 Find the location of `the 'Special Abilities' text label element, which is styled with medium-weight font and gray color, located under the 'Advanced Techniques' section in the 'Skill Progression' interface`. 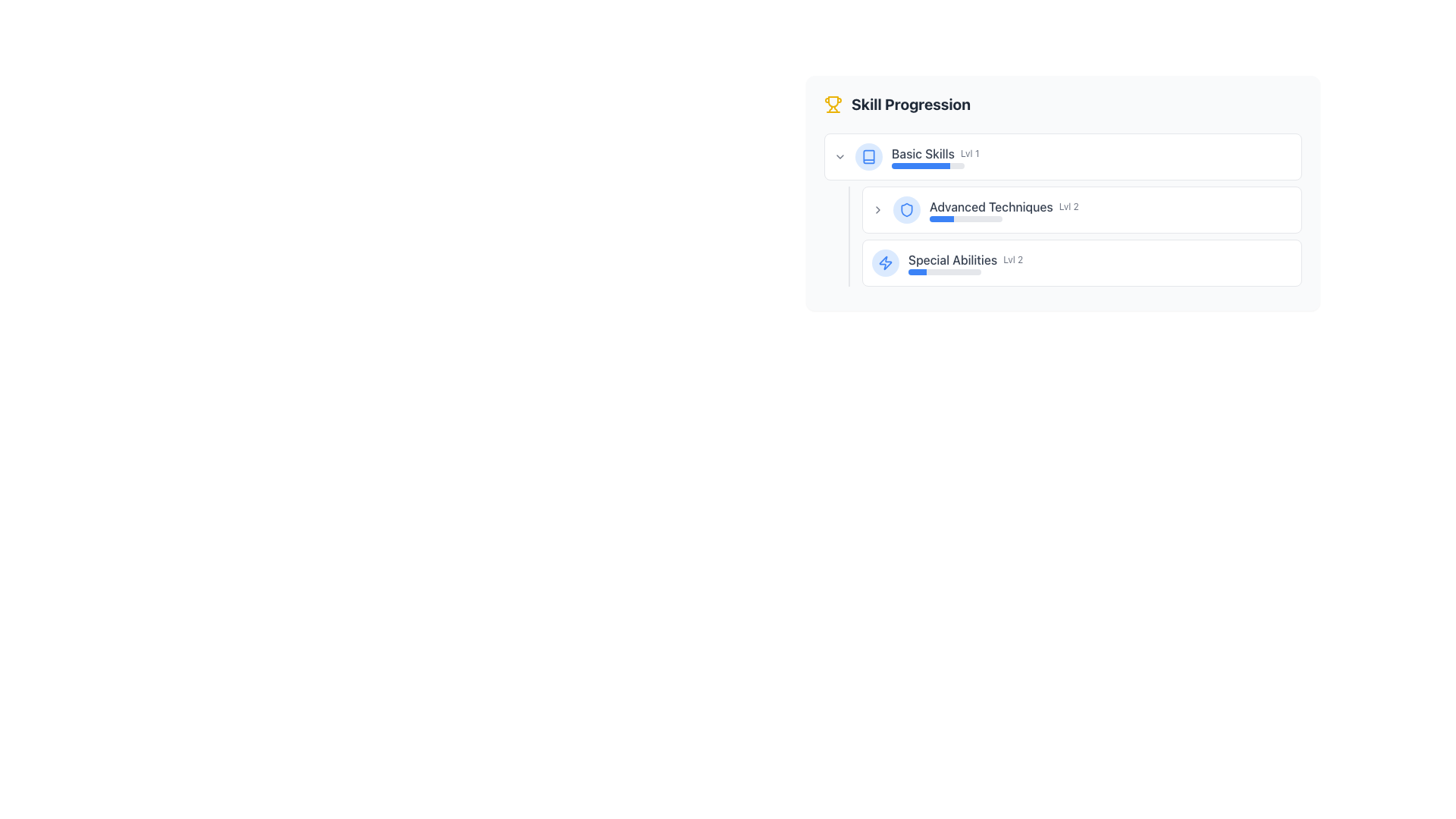

the 'Special Abilities' text label element, which is styled with medium-weight font and gray color, located under the 'Advanced Techniques' section in the 'Skill Progression' interface is located at coordinates (952, 259).